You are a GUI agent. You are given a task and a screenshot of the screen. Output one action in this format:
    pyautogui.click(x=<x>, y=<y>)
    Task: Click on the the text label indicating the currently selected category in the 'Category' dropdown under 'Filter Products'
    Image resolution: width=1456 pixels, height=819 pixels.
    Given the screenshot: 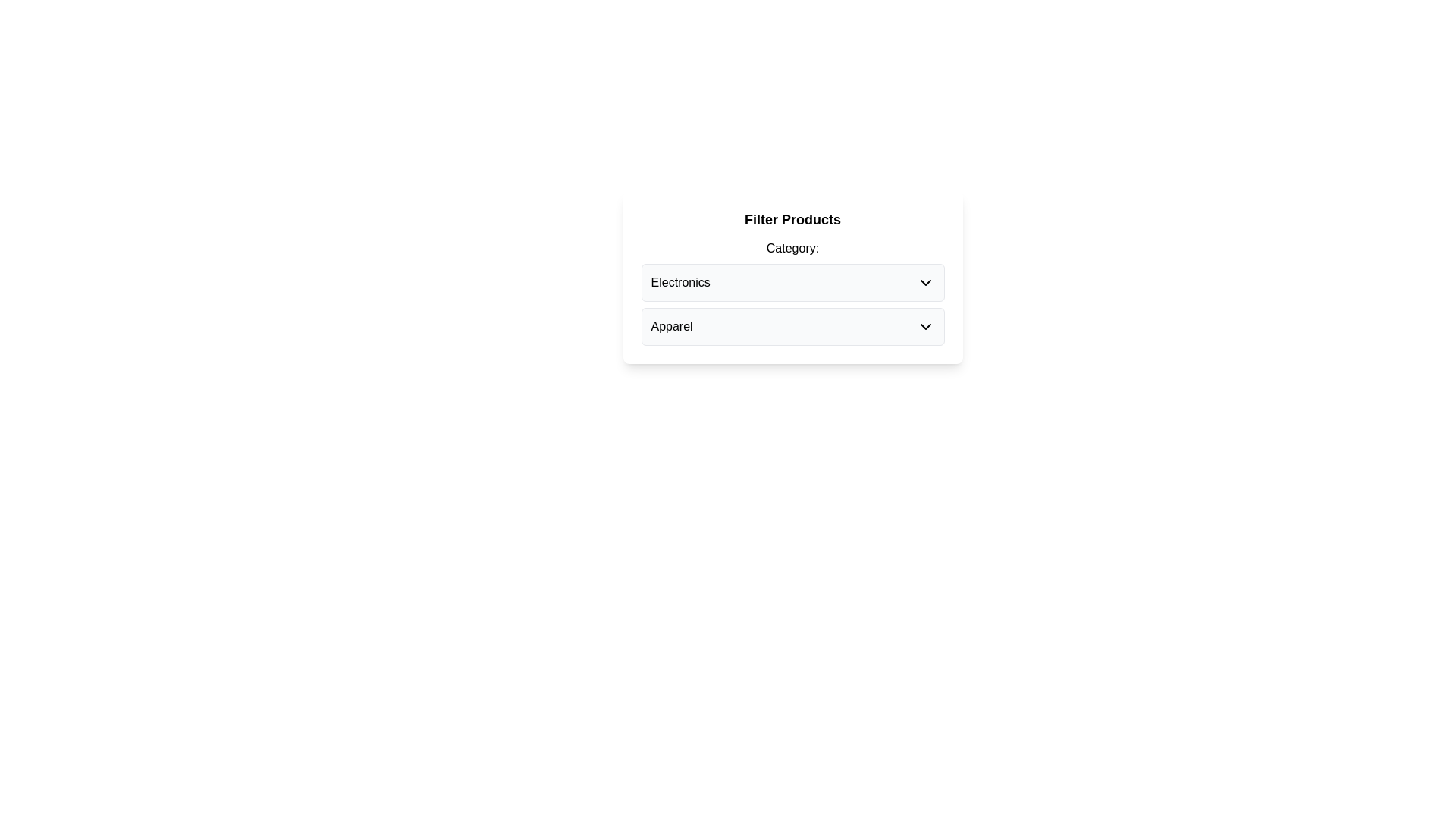 What is the action you would take?
    pyautogui.click(x=679, y=283)
    